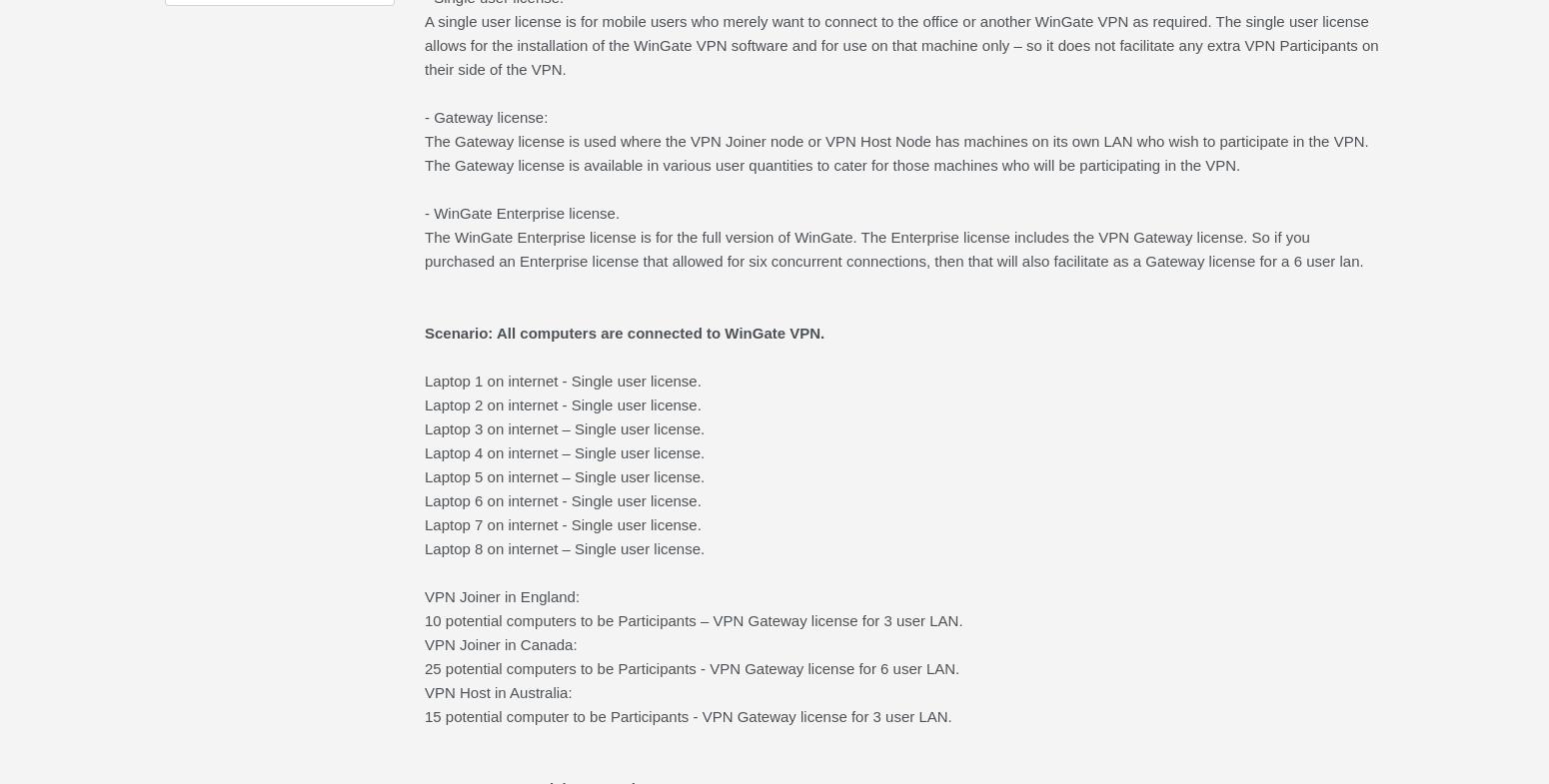  What do you see at coordinates (564, 452) in the screenshot?
I see `'Laptop 4 on internet – Single user license.'` at bounding box center [564, 452].